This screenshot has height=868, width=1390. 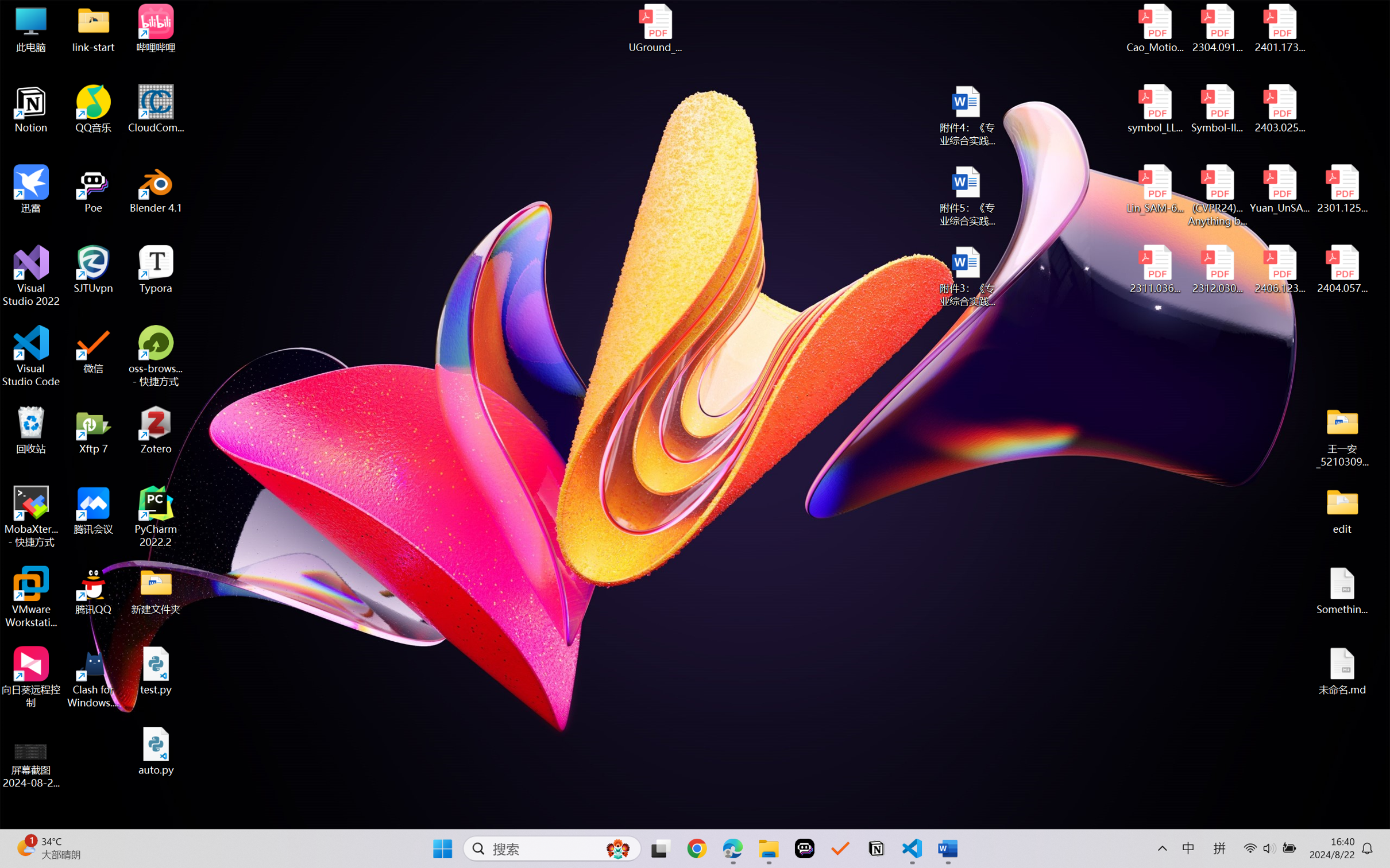 What do you see at coordinates (1341, 591) in the screenshot?
I see `'Something.md'` at bounding box center [1341, 591].